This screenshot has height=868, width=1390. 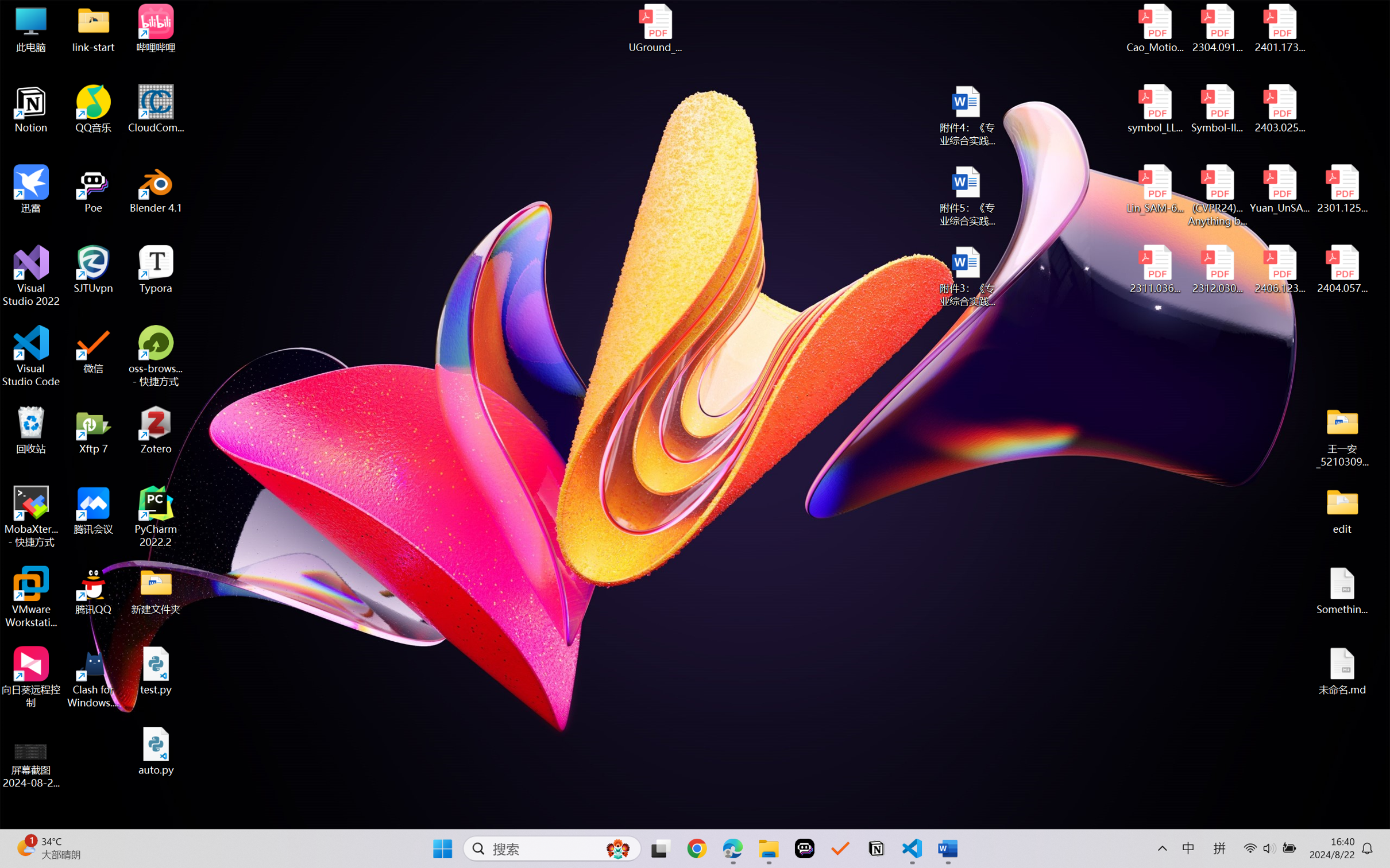 What do you see at coordinates (1341, 591) in the screenshot?
I see `'Something.md'` at bounding box center [1341, 591].